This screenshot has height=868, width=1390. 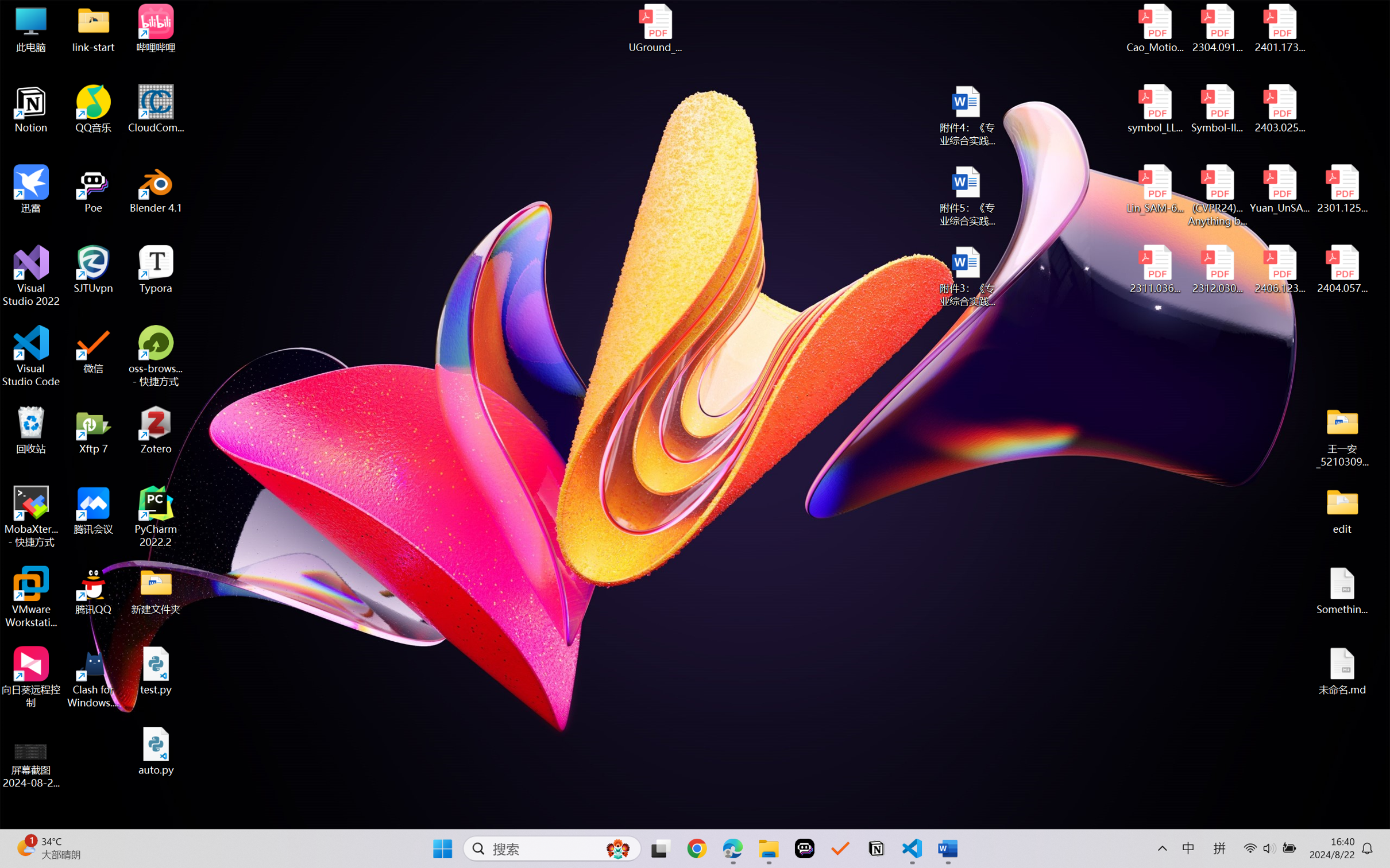 What do you see at coordinates (1341, 591) in the screenshot?
I see `'Something.md'` at bounding box center [1341, 591].